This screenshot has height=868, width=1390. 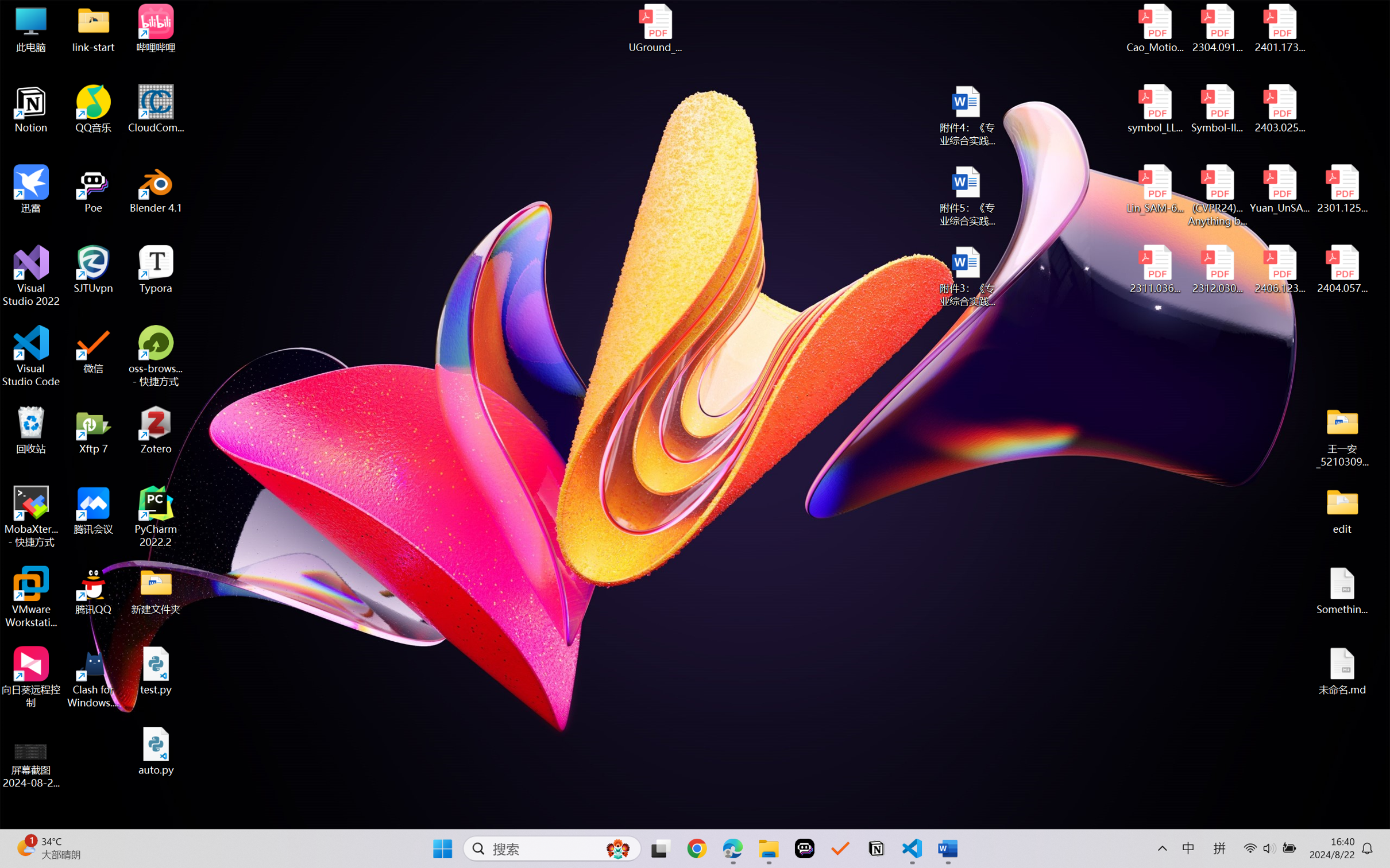 What do you see at coordinates (1341, 591) in the screenshot?
I see `'Something.md'` at bounding box center [1341, 591].